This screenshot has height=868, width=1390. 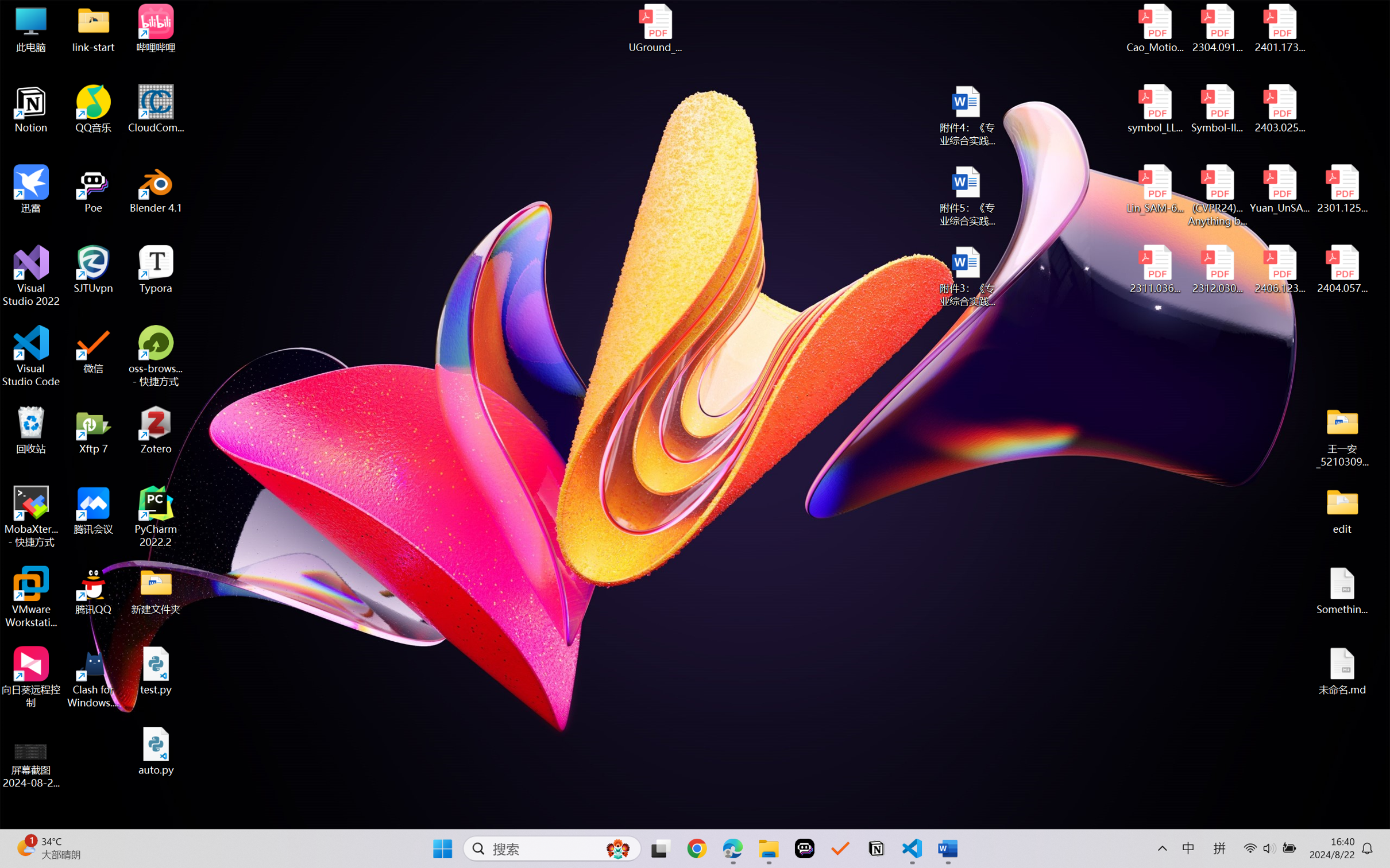 What do you see at coordinates (1341, 591) in the screenshot?
I see `'Something.md'` at bounding box center [1341, 591].